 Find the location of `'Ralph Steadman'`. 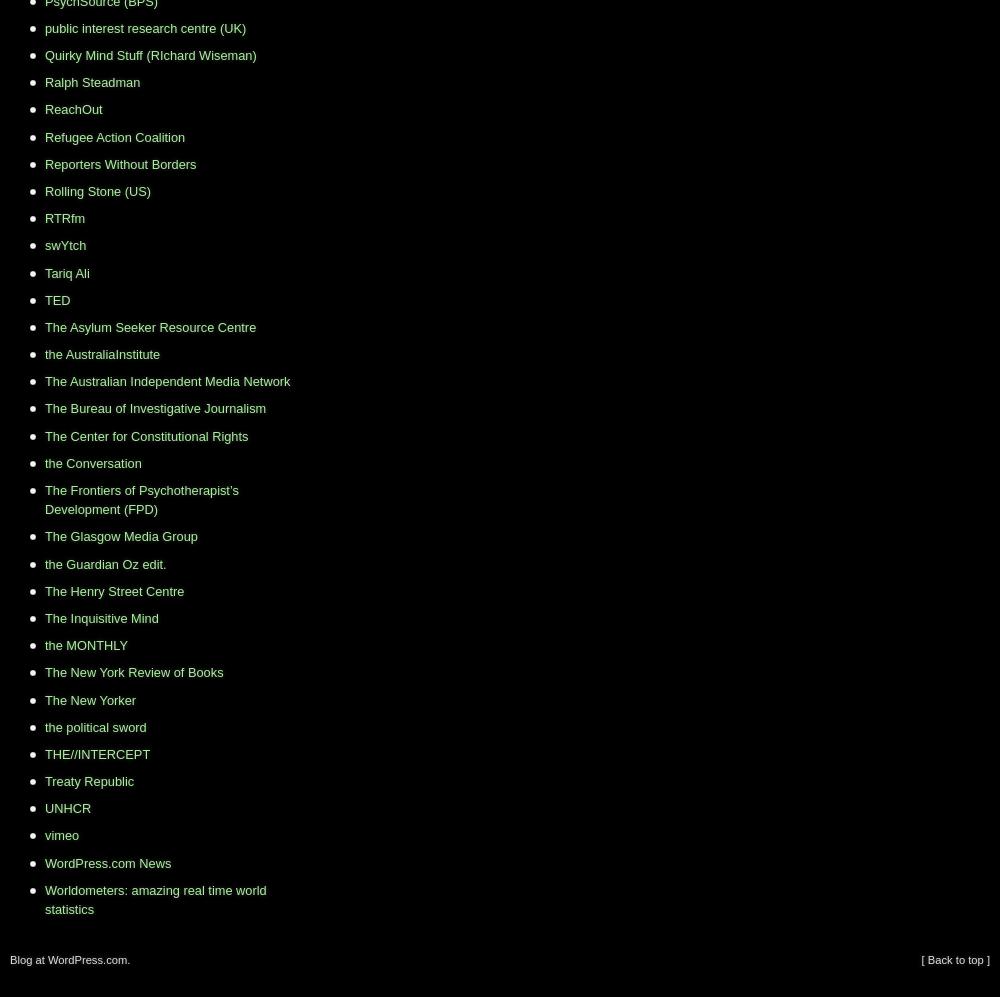

'Ralph Steadman' is located at coordinates (45, 81).